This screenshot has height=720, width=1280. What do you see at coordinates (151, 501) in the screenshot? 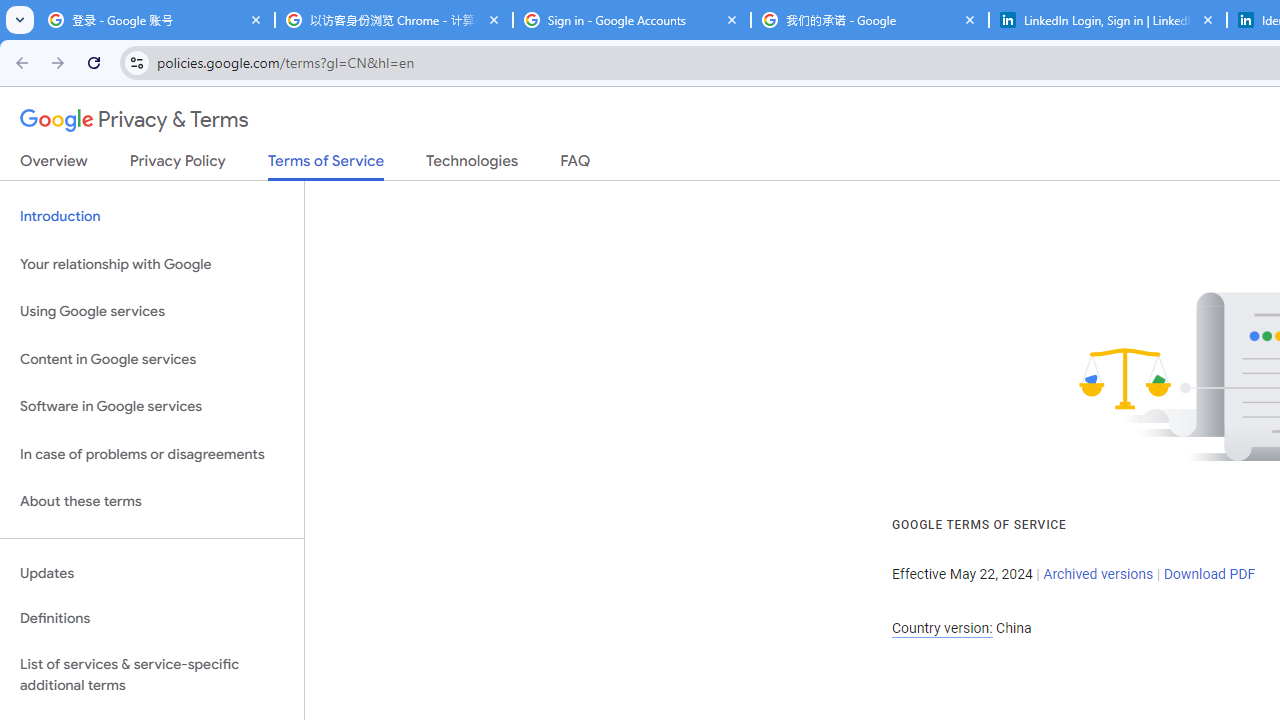
I see `'About these terms'` at bounding box center [151, 501].